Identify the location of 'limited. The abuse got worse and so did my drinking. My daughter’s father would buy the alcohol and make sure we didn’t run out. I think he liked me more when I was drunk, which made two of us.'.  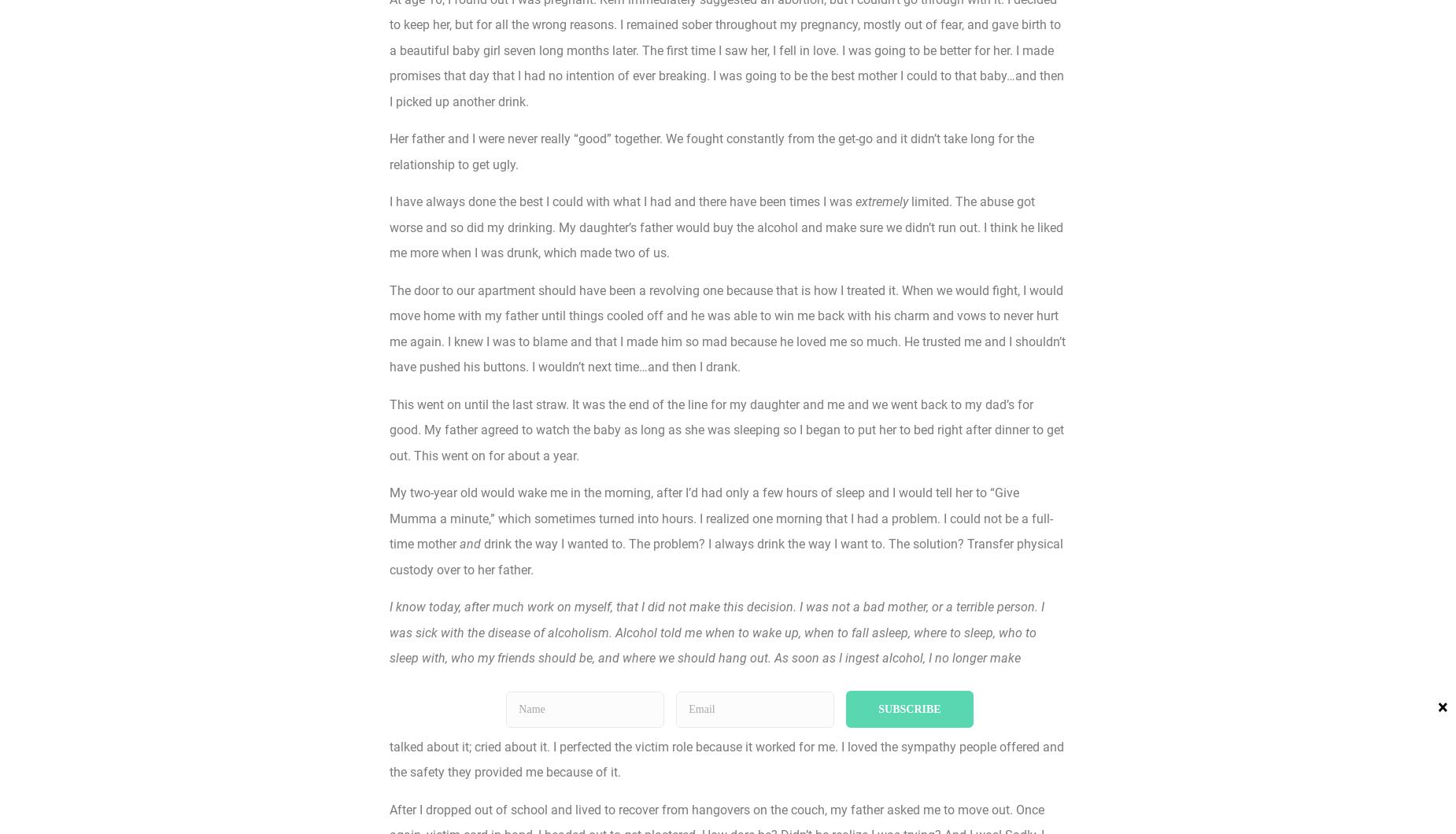
(726, 227).